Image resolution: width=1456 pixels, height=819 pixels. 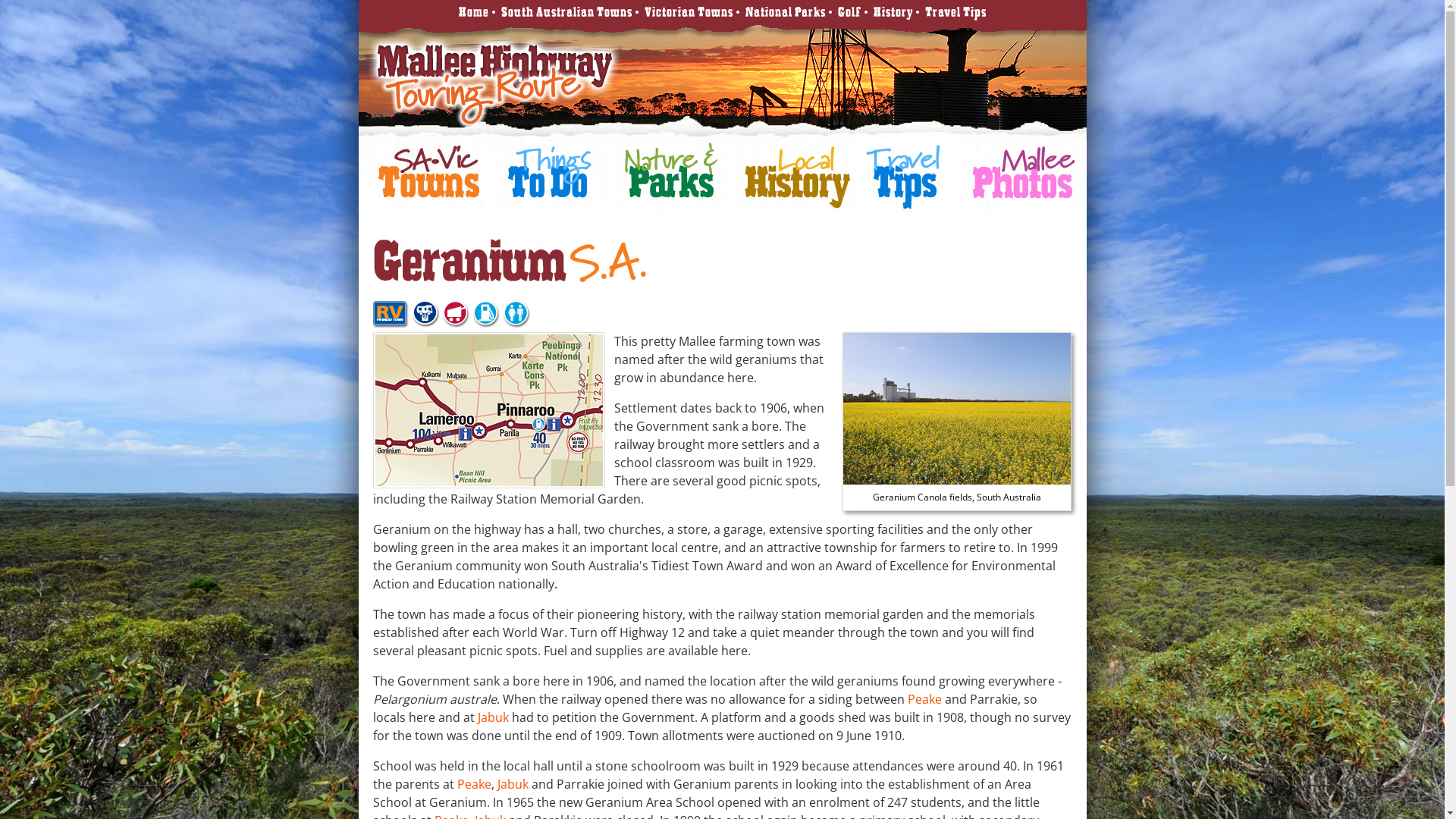 What do you see at coordinates (907, 698) in the screenshot?
I see `'Peake'` at bounding box center [907, 698].